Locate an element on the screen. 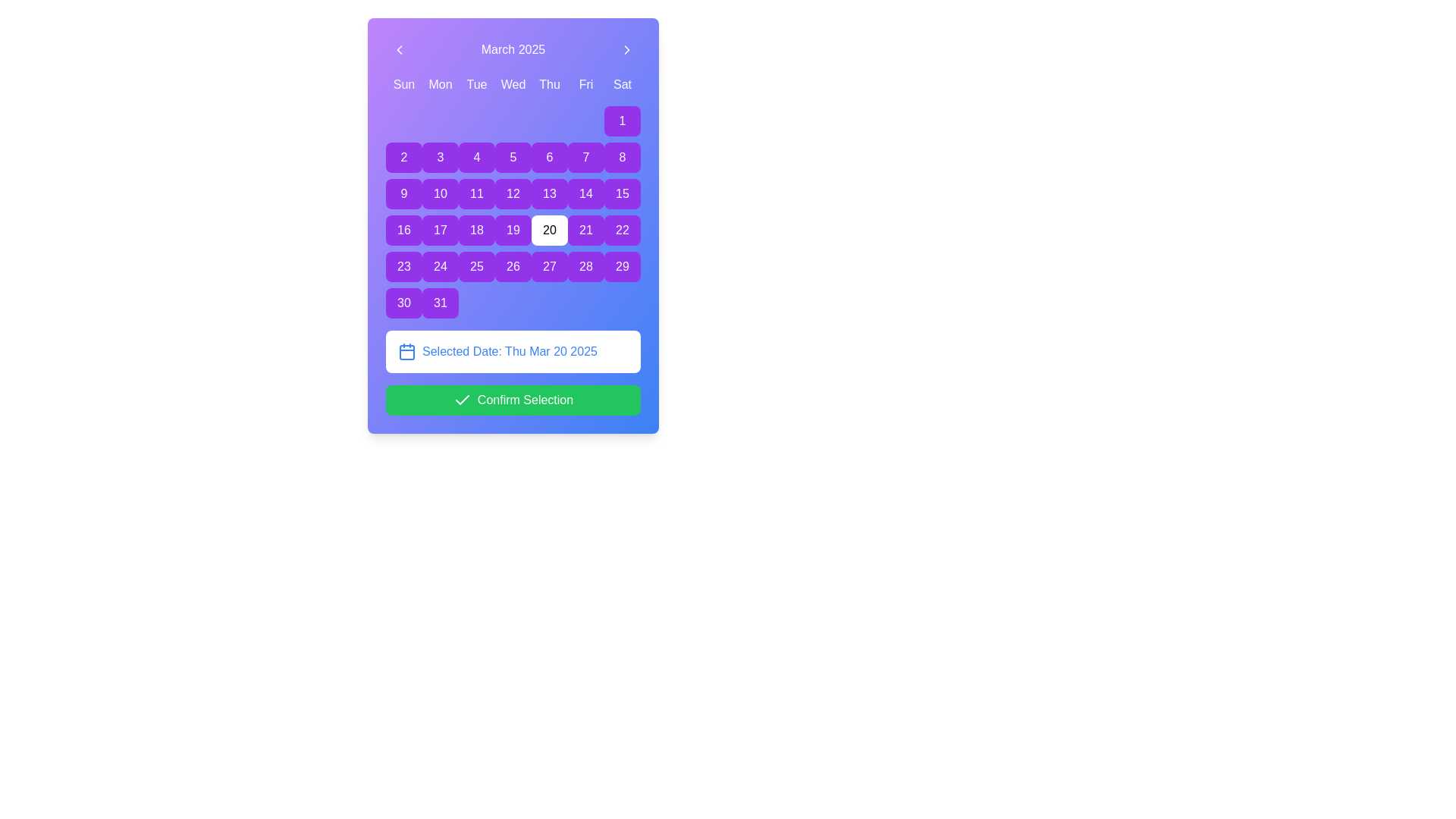  the button located in the third row and second column of the calendar grid is located at coordinates (439, 231).